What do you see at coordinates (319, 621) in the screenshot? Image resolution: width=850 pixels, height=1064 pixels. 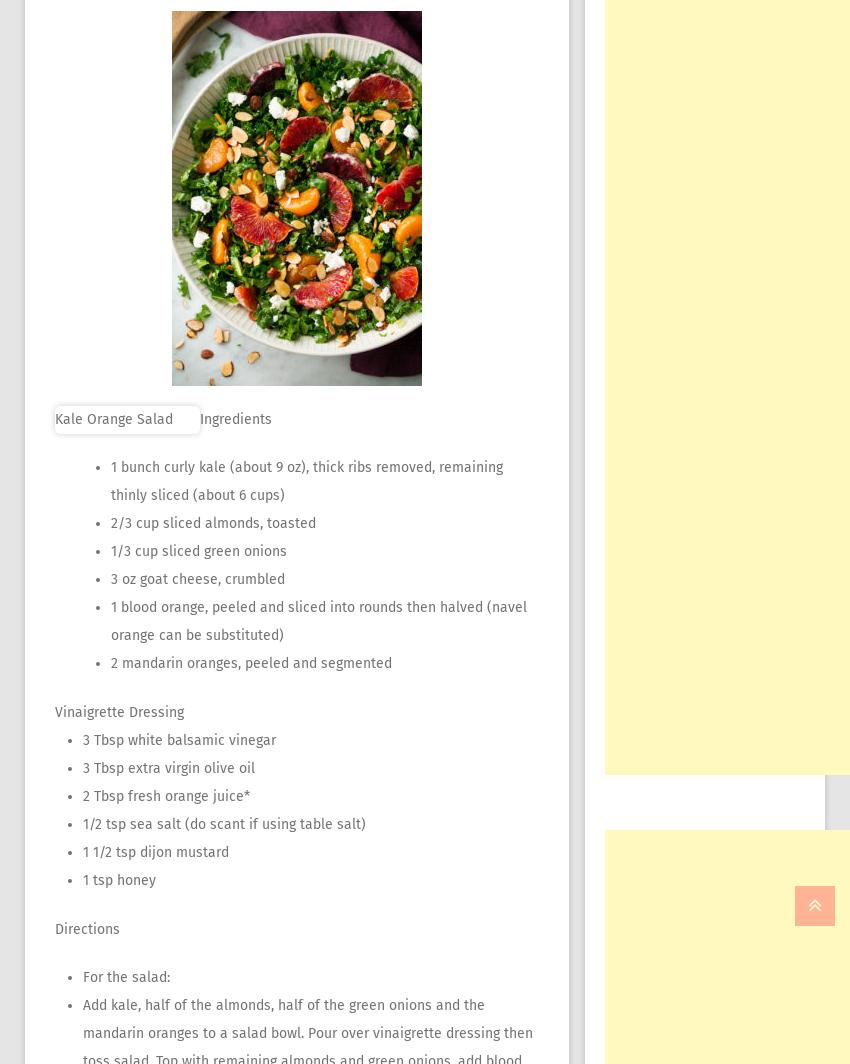 I see `'1 blood orange, peeled and sliced into rounds then halved (navel orange can be substituted)'` at bounding box center [319, 621].